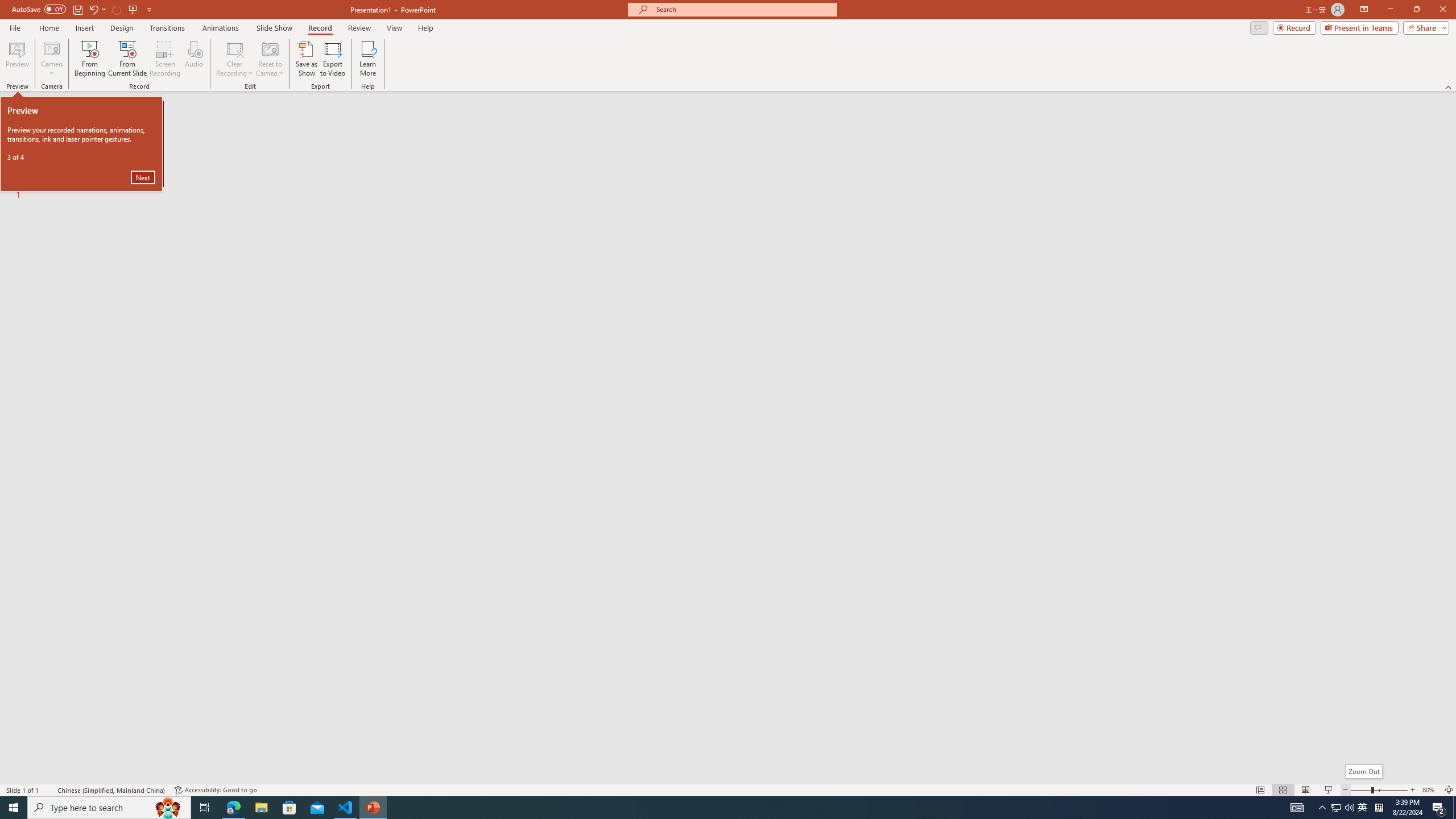 The height and width of the screenshot is (819, 1456). I want to click on 'Audio', so click(193, 59).